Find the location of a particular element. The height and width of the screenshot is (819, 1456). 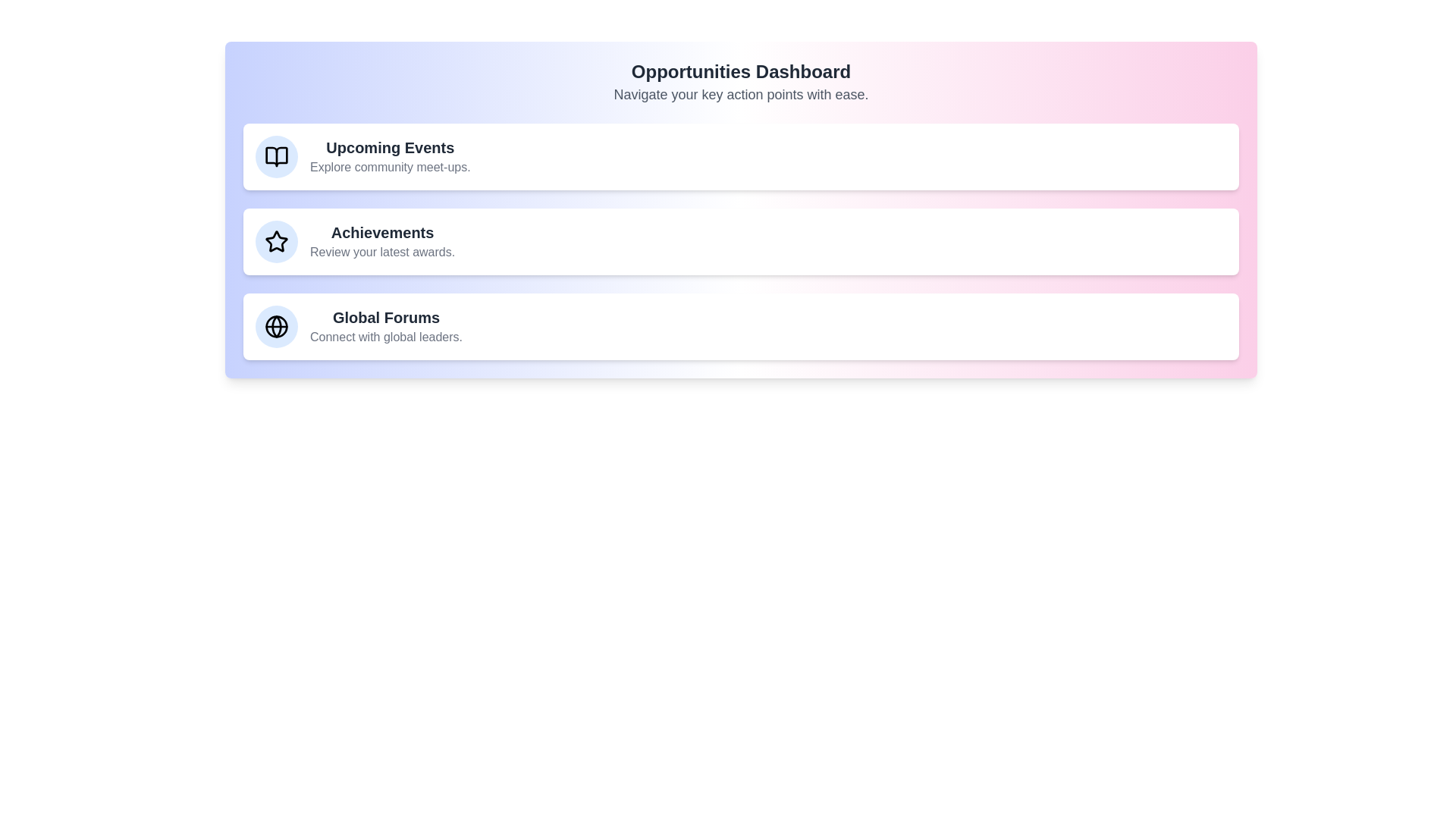

the card representing the opportunity titled 'Global Forums' to select it is located at coordinates (741, 326).